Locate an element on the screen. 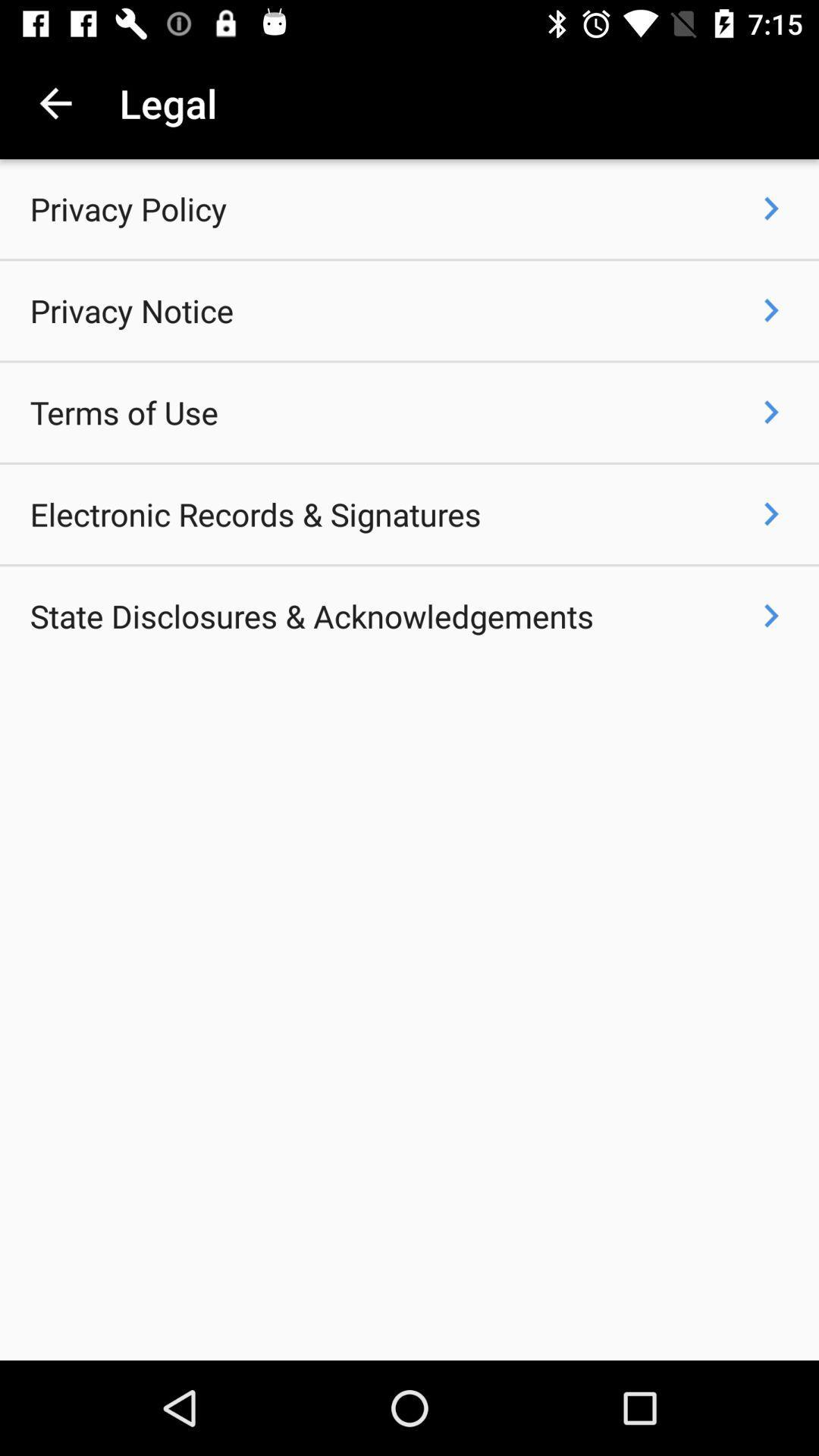 This screenshot has height=1456, width=819. icon to the left of the legal item is located at coordinates (55, 102).